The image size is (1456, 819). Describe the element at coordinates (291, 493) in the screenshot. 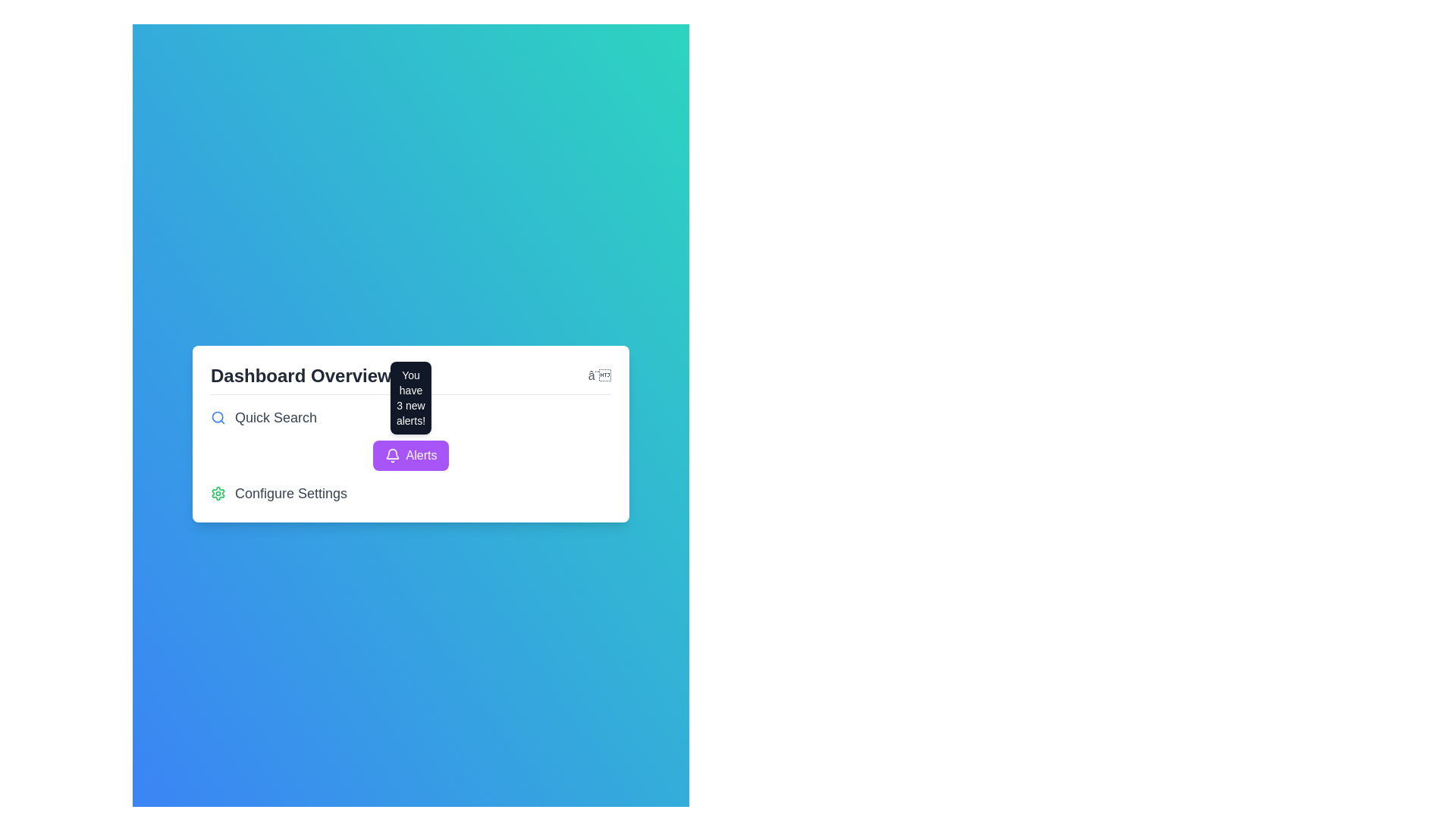

I see `the text label that provides context for the settings functionality, located in the lower-left portion of the card interface, right-aligned with the adjacent green settings icon` at that location.